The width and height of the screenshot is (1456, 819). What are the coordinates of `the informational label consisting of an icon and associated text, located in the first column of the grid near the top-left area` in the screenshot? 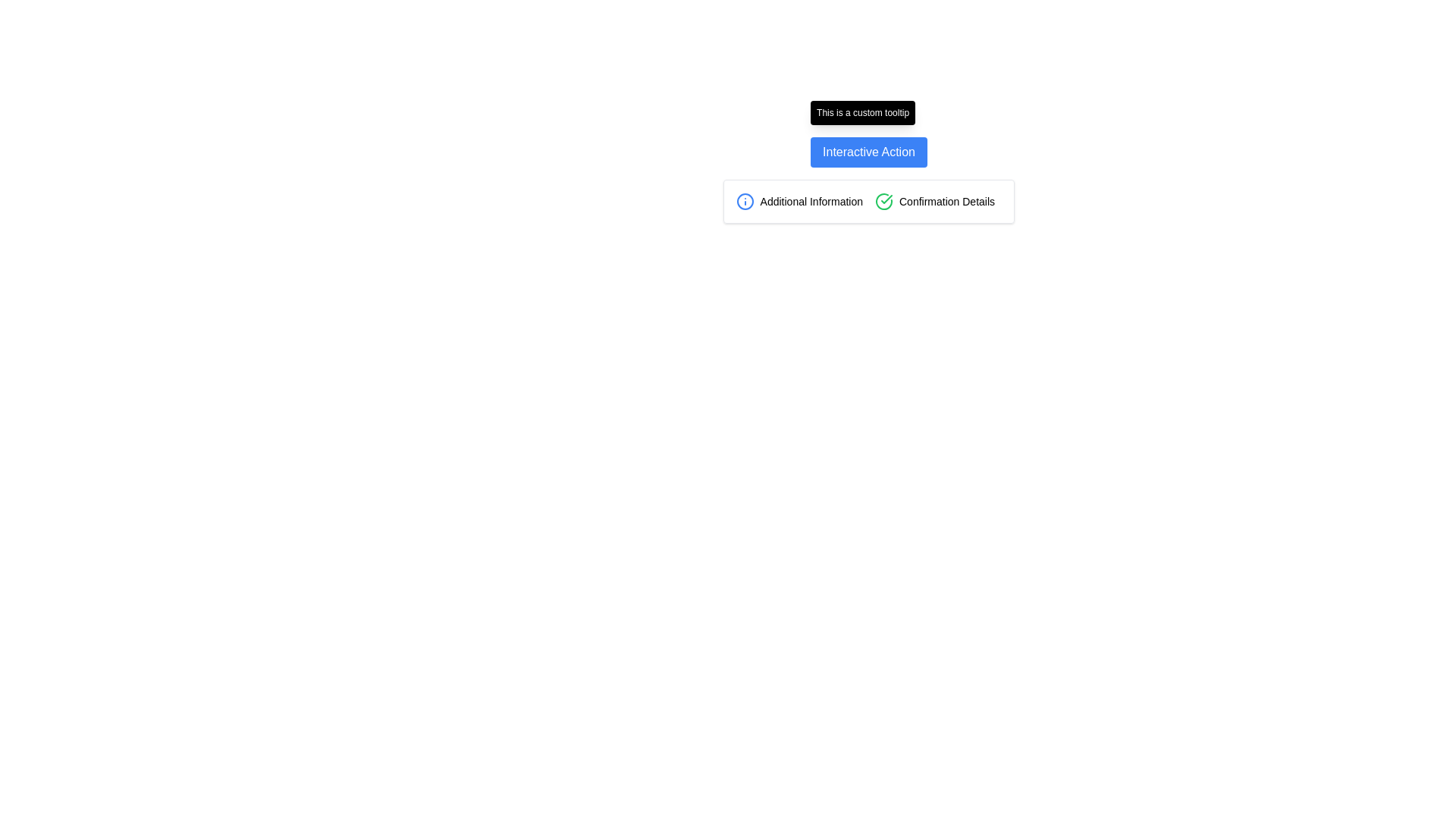 It's located at (799, 201).